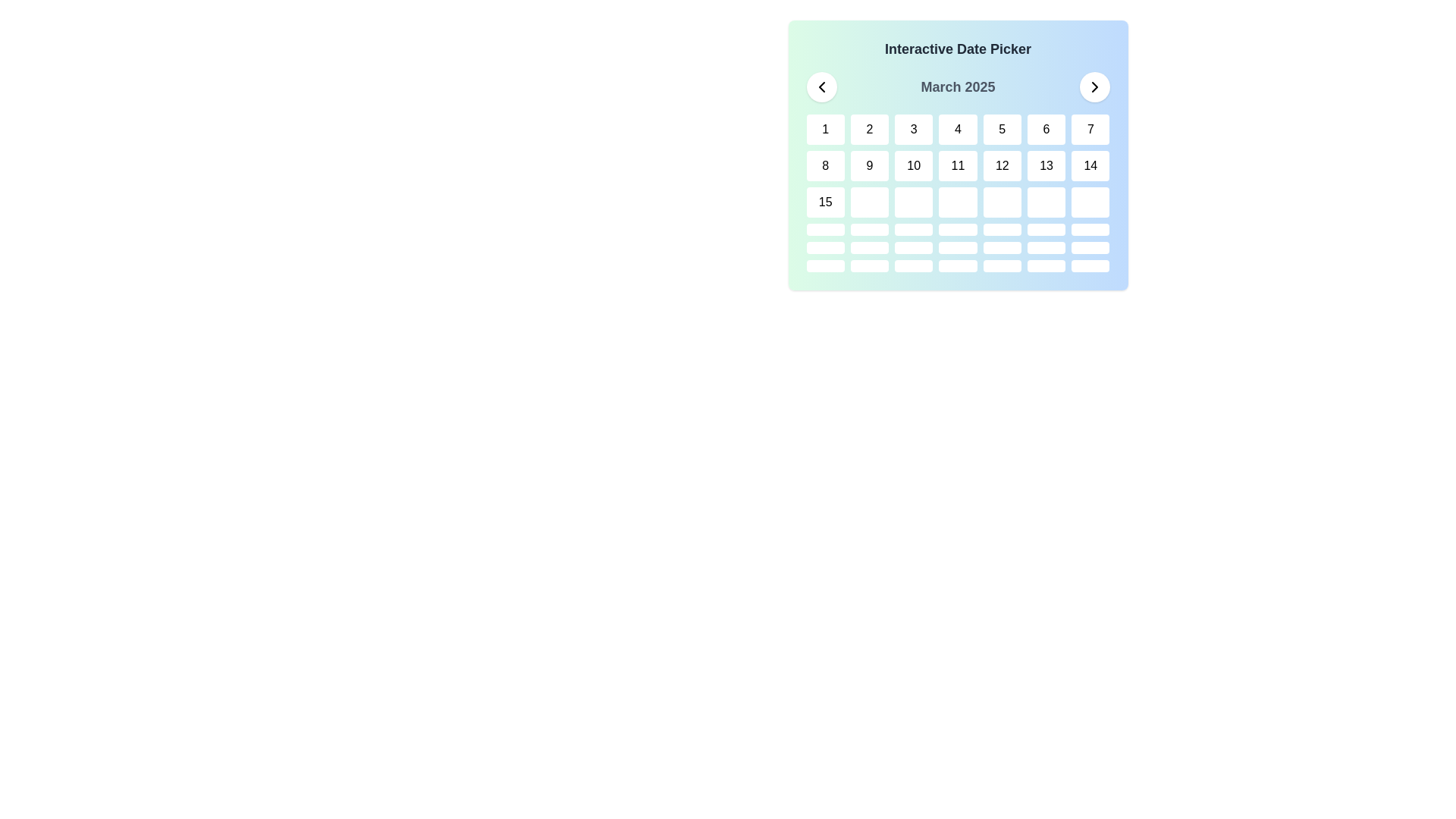 The image size is (1456, 819). I want to click on the button located in the top-right corner of the calendar interface, so click(1094, 87).